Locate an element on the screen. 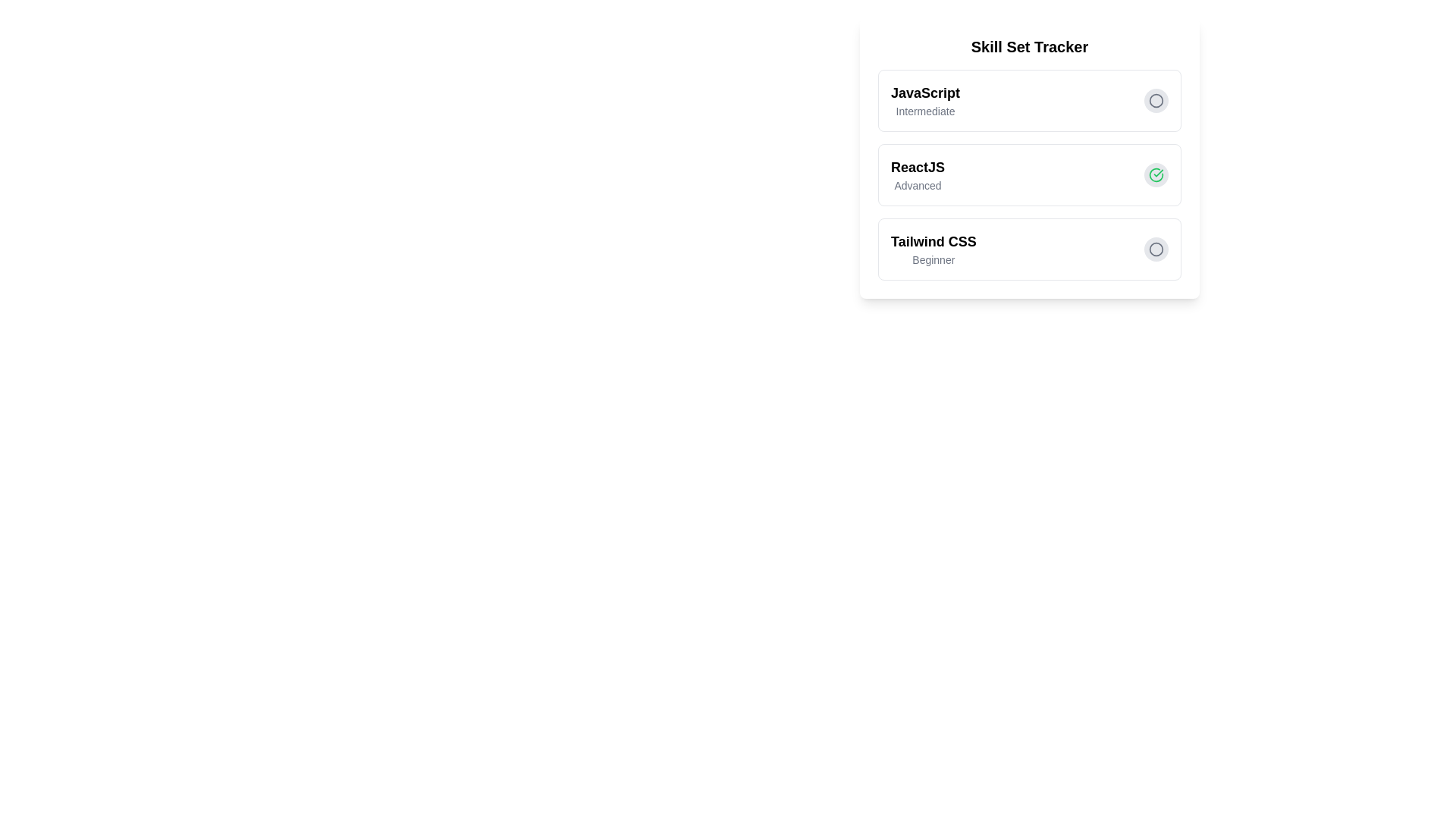 This screenshot has width=1456, height=819. the toggle button for the skill 'JavaScript' in the skill tracker interface is located at coordinates (1156, 100).